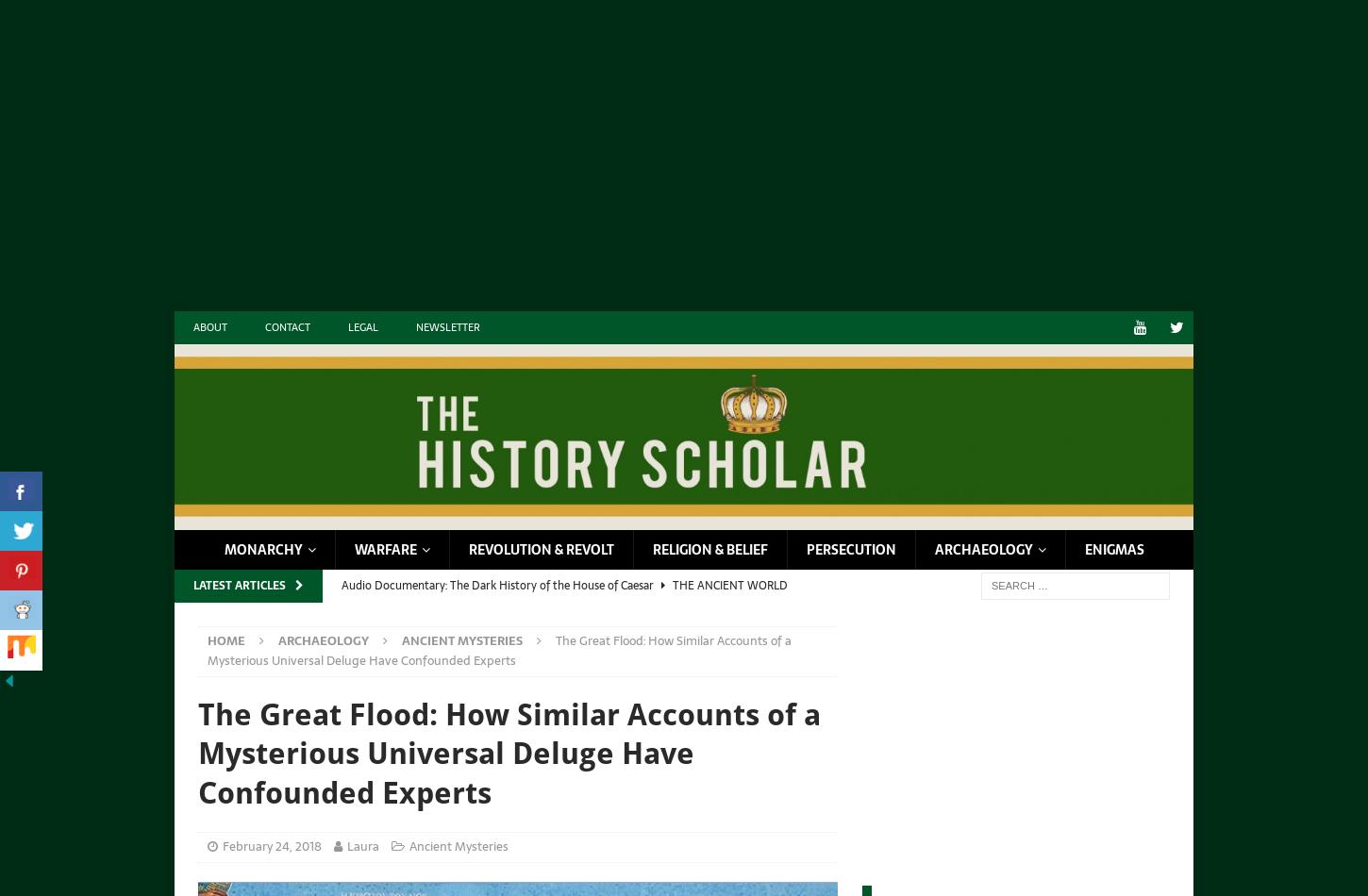 Image resolution: width=1368 pixels, height=896 pixels. Describe the element at coordinates (342, 584) in the screenshot. I see `'Audio Documentary: The Dark History of the House of Caesar'` at that location.